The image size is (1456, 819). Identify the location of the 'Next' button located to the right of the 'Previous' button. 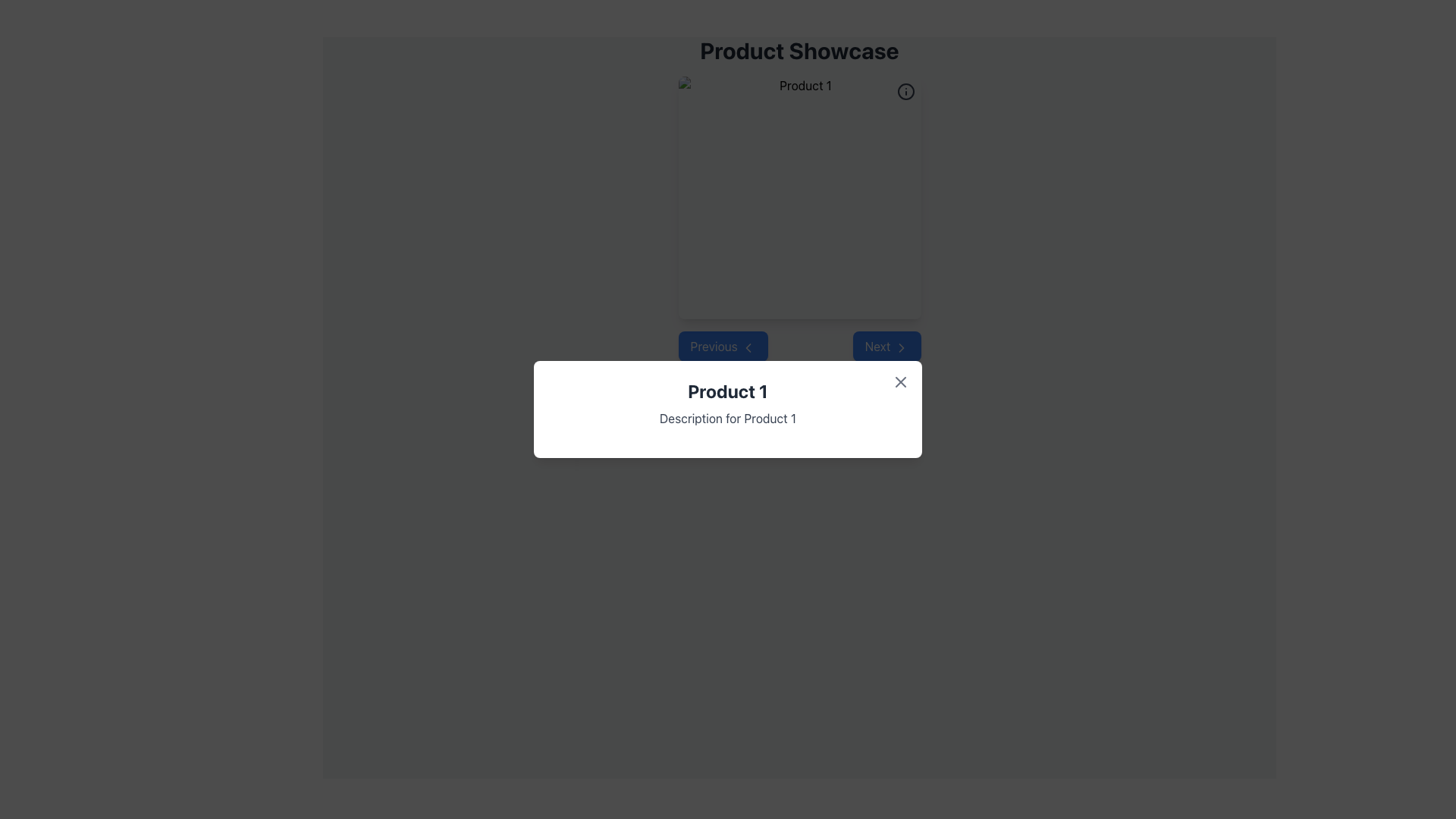
(886, 346).